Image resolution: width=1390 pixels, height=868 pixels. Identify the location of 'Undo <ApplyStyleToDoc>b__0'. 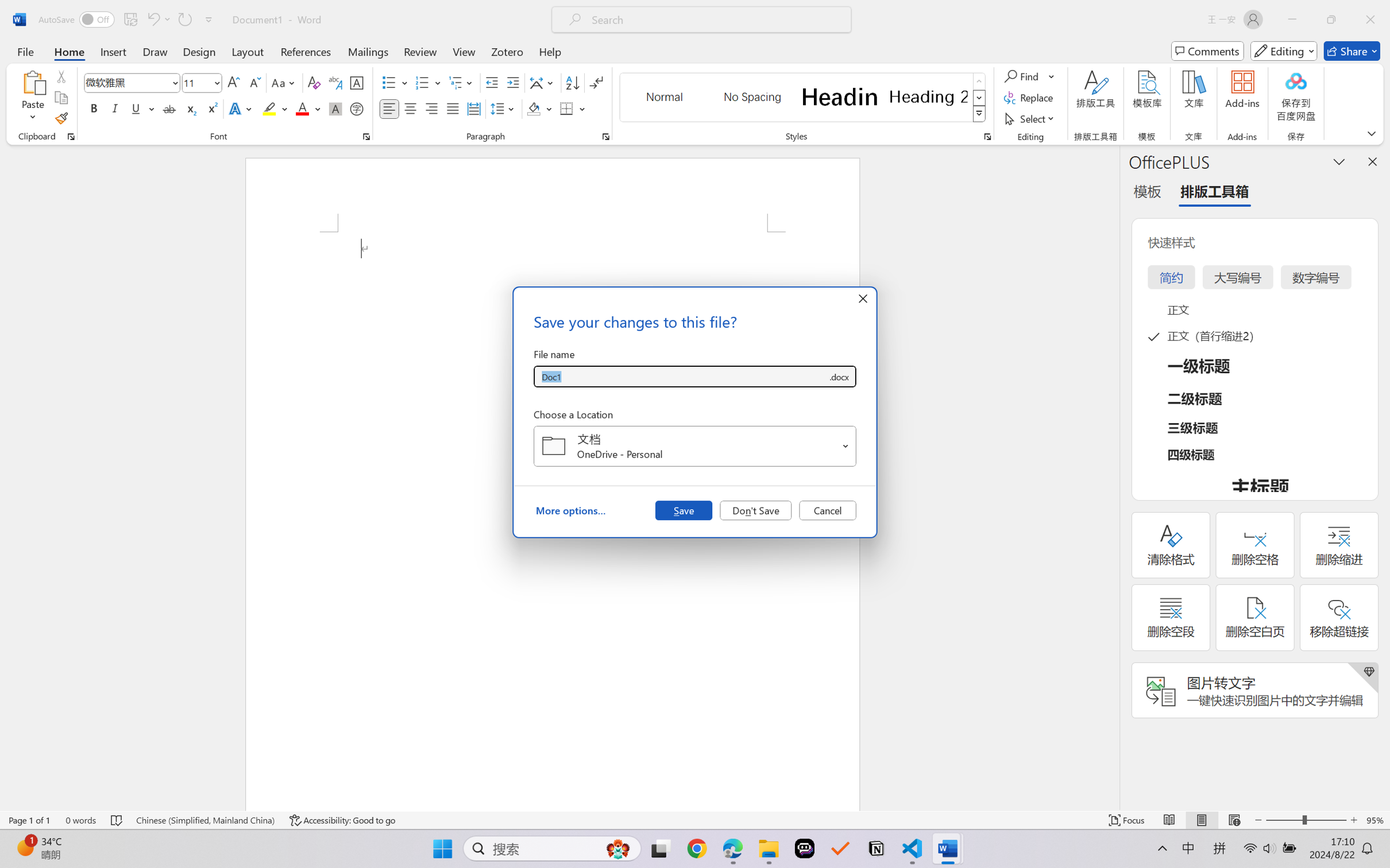
(157, 19).